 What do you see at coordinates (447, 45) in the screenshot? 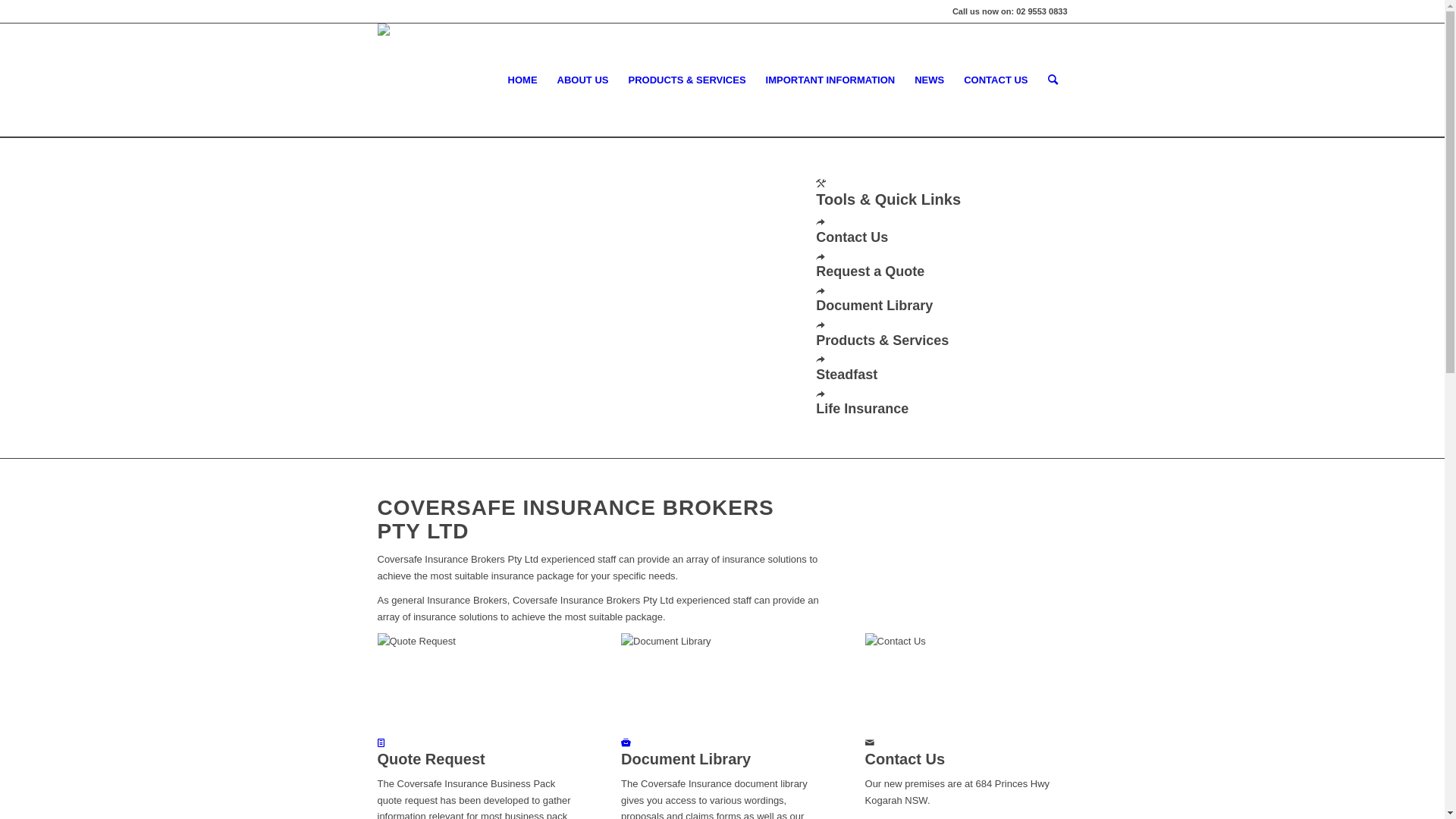
I see `'Coversafe-logo-header-01'` at bounding box center [447, 45].